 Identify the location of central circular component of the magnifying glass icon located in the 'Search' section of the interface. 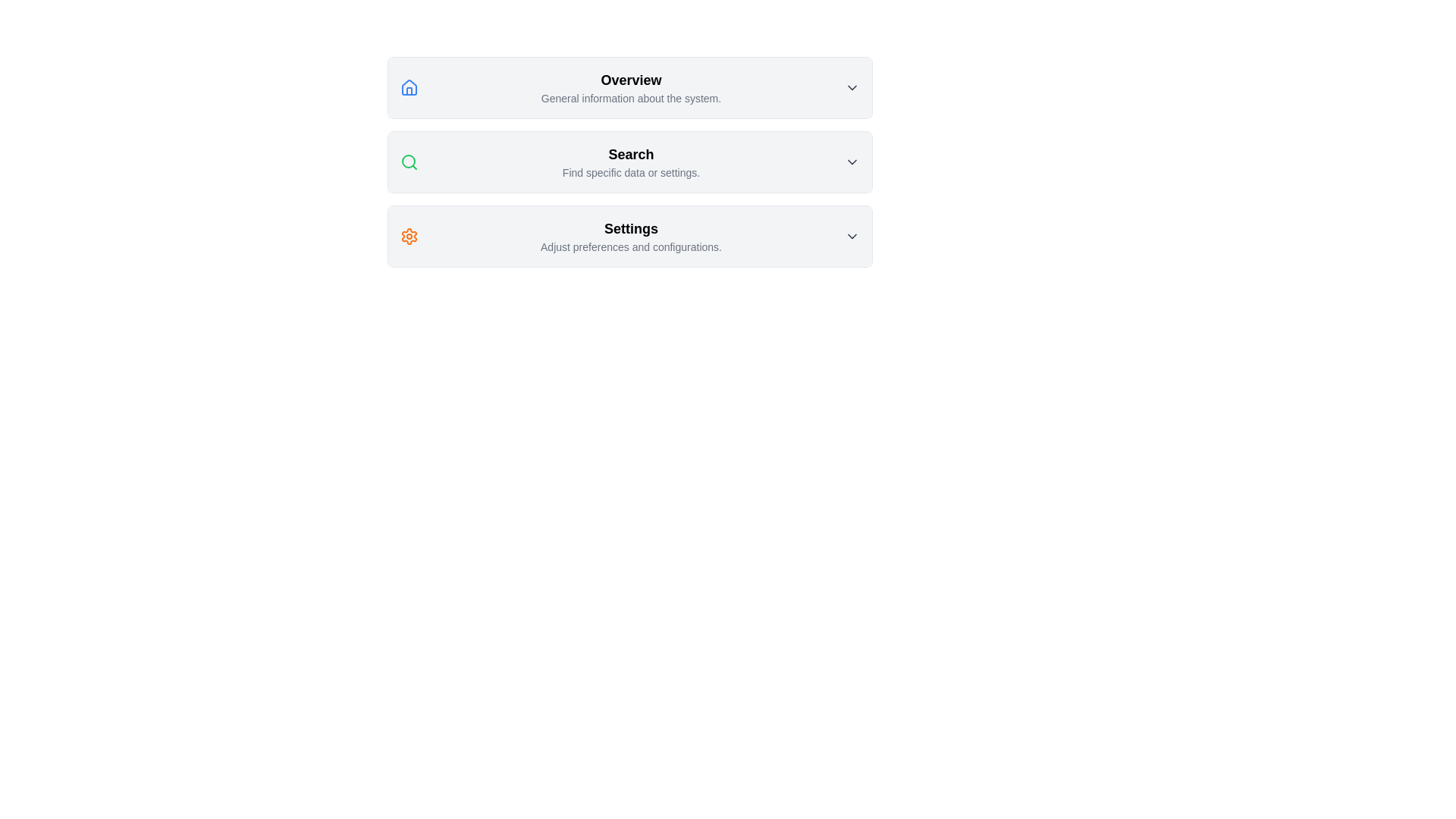
(408, 161).